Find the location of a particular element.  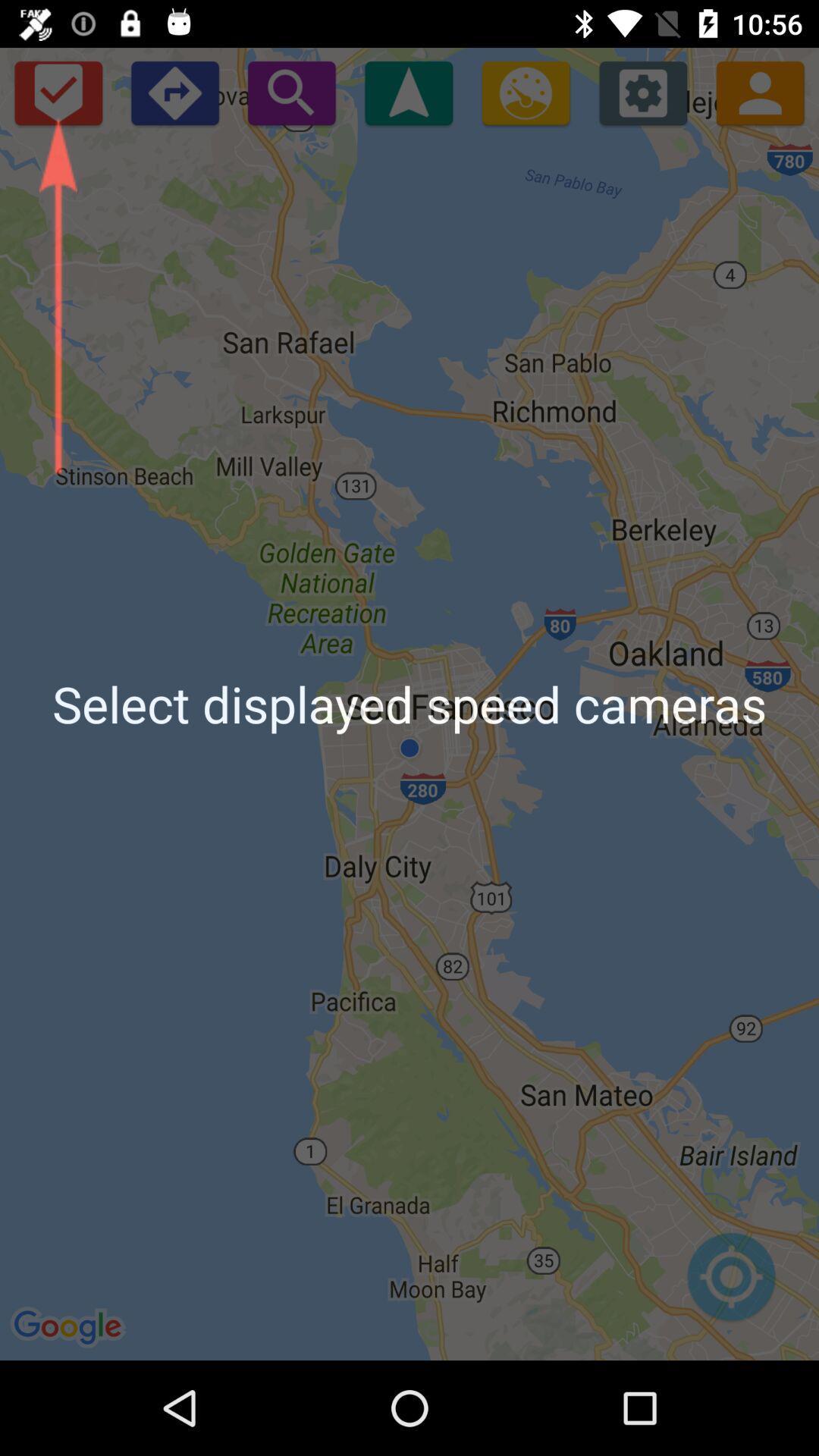

the avatar icon is located at coordinates (760, 92).